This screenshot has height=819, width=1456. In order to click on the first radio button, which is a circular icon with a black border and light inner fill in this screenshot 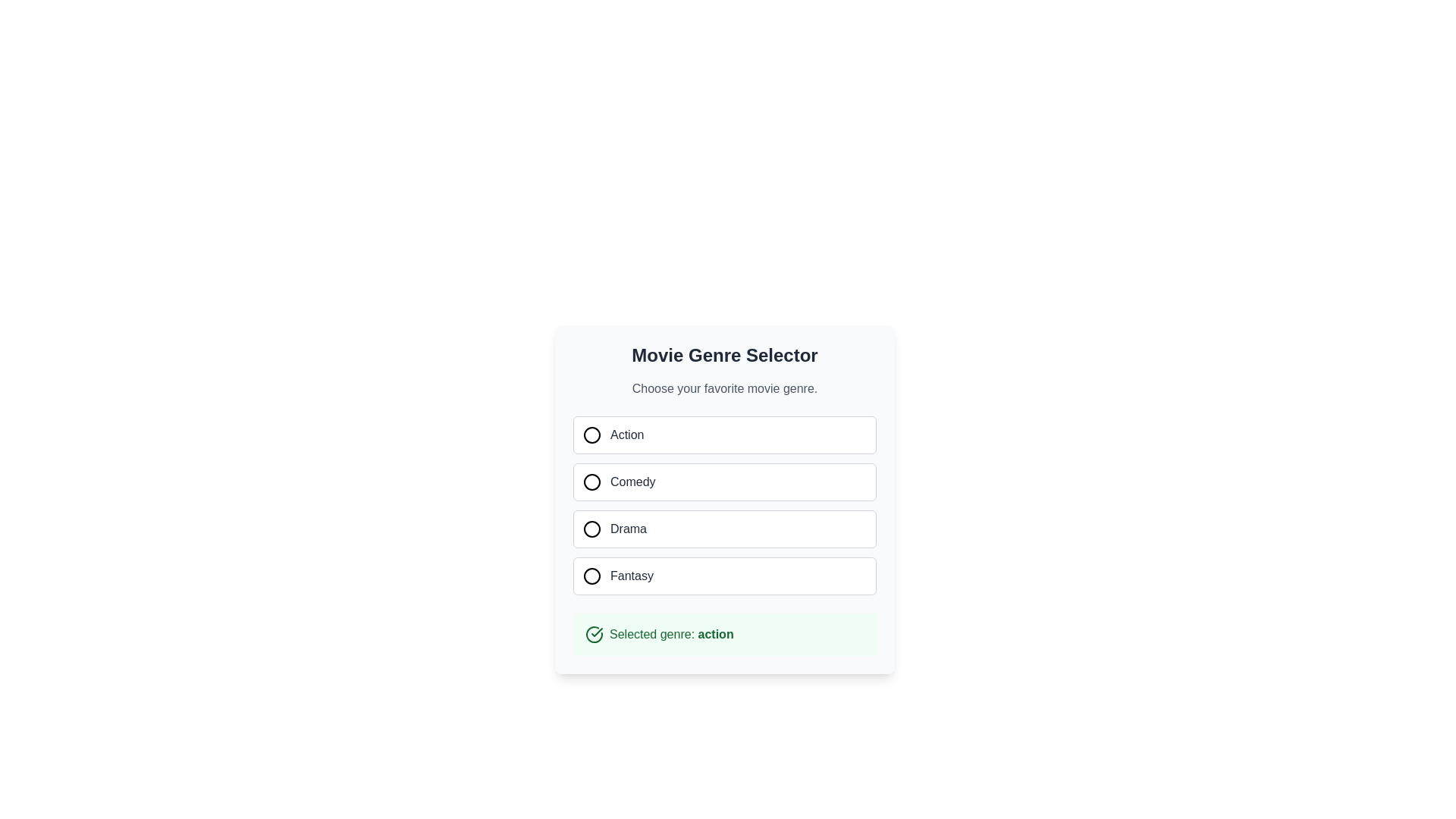, I will do `click(591, 435)`.